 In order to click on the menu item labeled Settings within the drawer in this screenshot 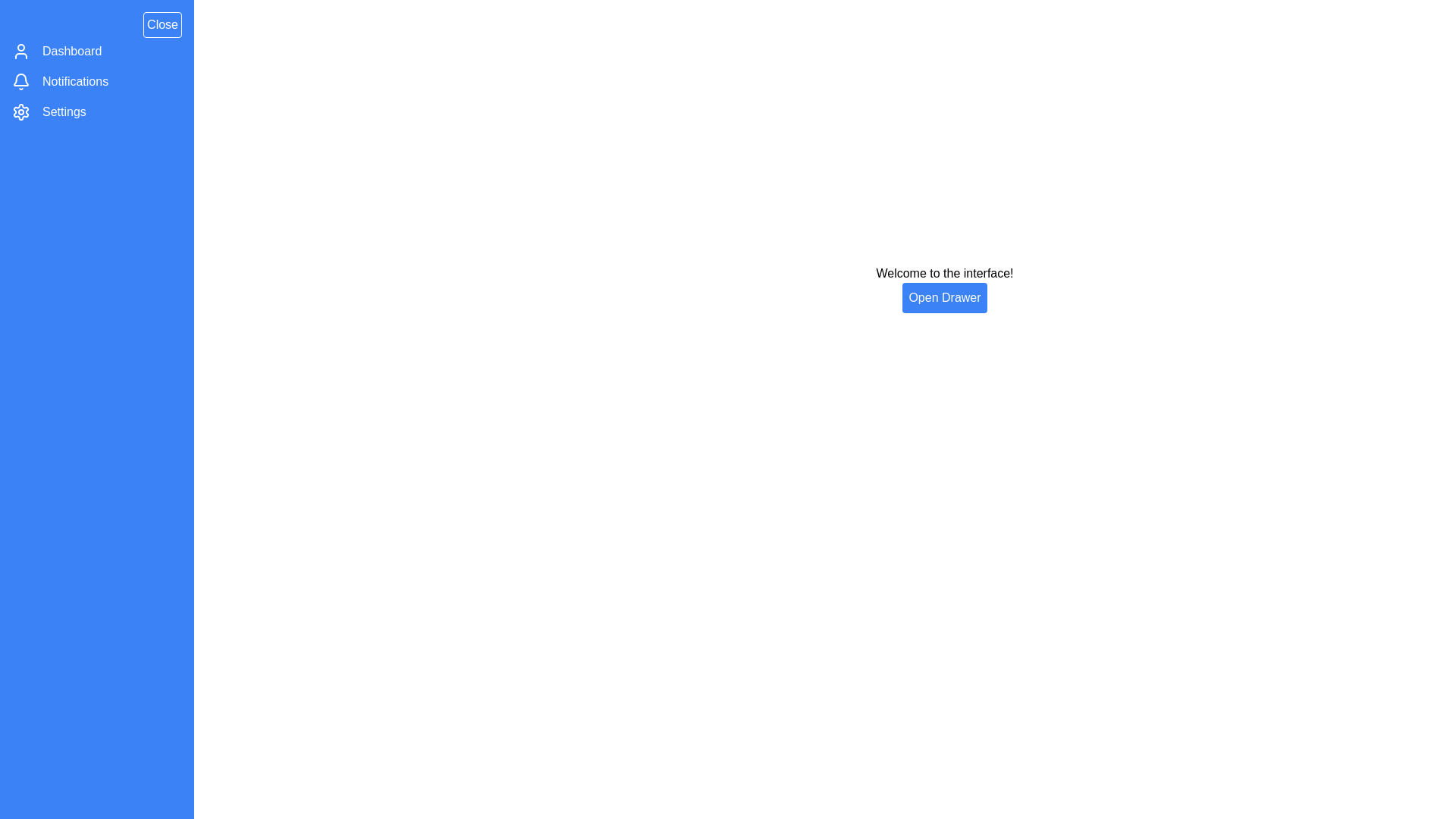, I will do `click(64, 111)`.